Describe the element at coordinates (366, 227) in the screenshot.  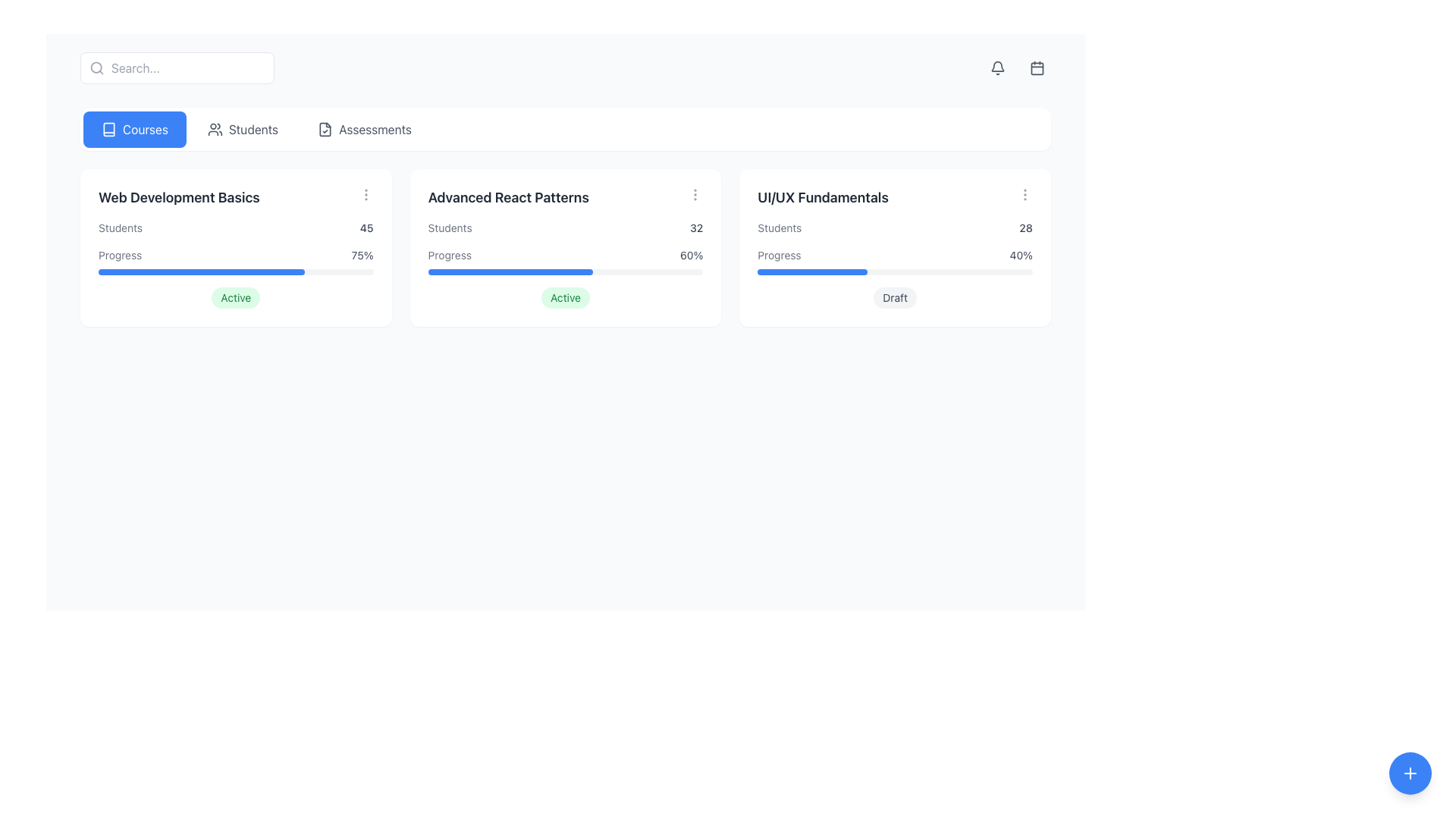
I see `the Text label displaying the count '45' of students associated with the 'Web Development Basics' card, positioned in the top-right corner of the card` at that location.